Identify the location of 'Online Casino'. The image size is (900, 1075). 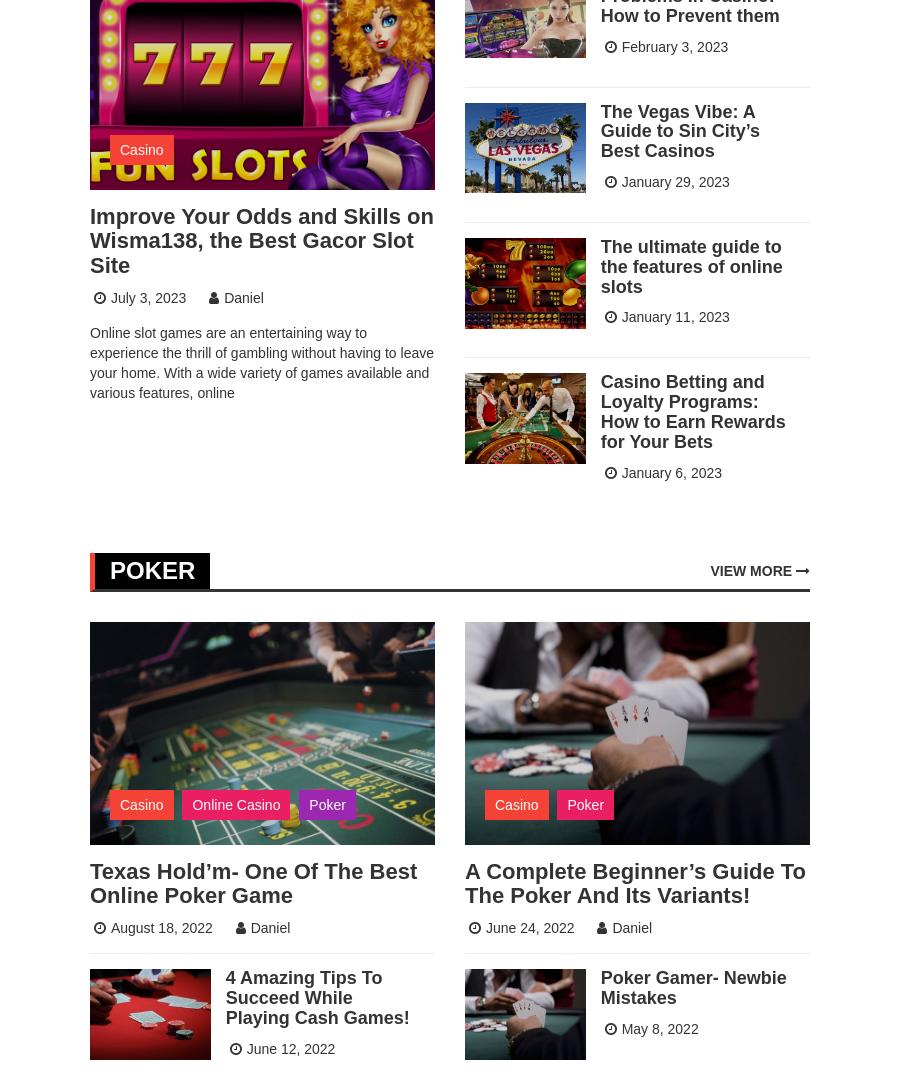
(234, 802).